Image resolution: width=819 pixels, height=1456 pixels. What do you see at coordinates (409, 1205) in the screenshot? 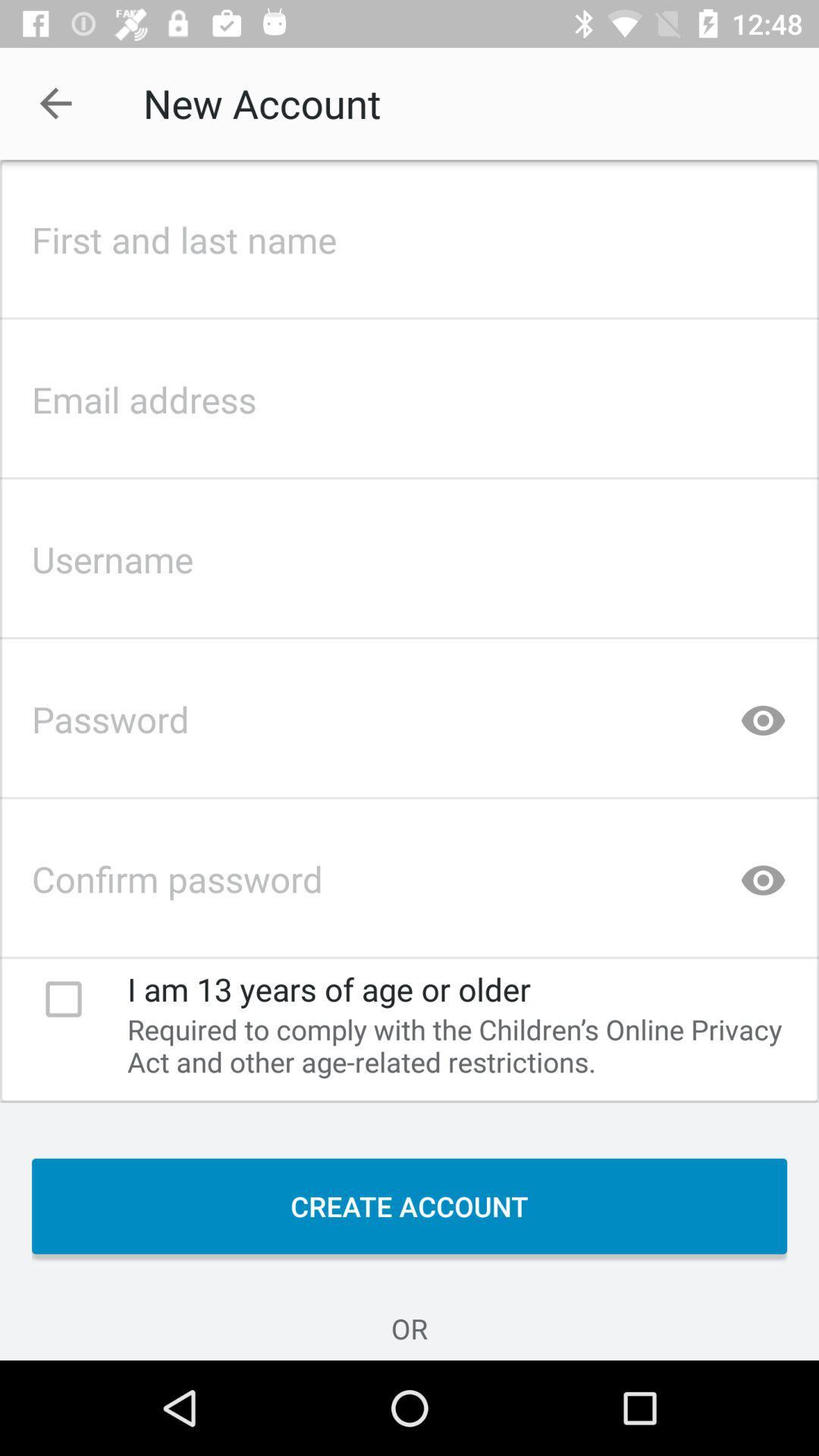
I see `the create account item` at bounding box center [409, 1205].